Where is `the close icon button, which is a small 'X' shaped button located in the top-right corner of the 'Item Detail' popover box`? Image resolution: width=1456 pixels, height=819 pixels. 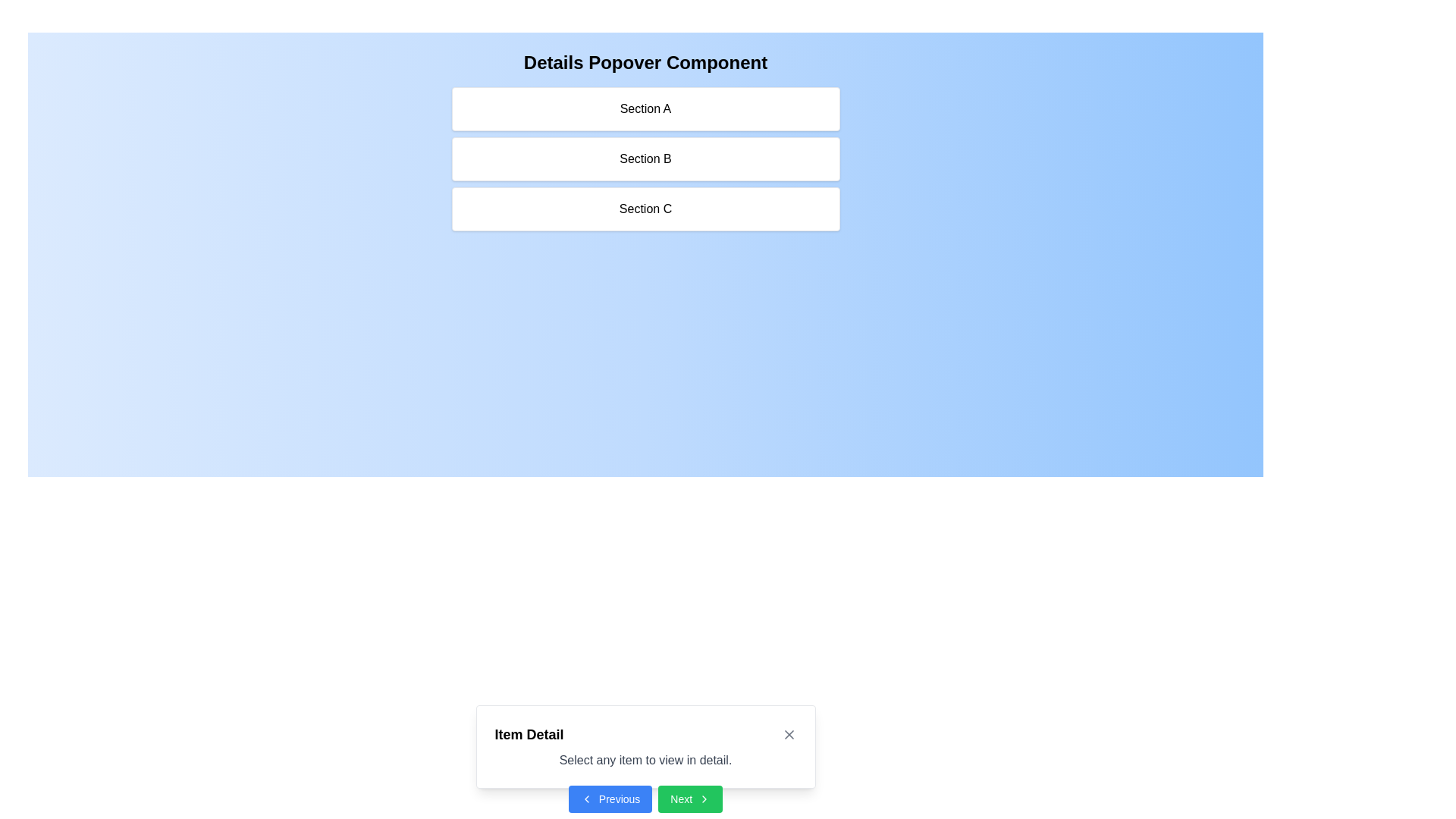
the close icon button, which is a small 'X' shaped button located in the top-right corner of the 'Item Detail' popover box is located at coordinates (789, 733).